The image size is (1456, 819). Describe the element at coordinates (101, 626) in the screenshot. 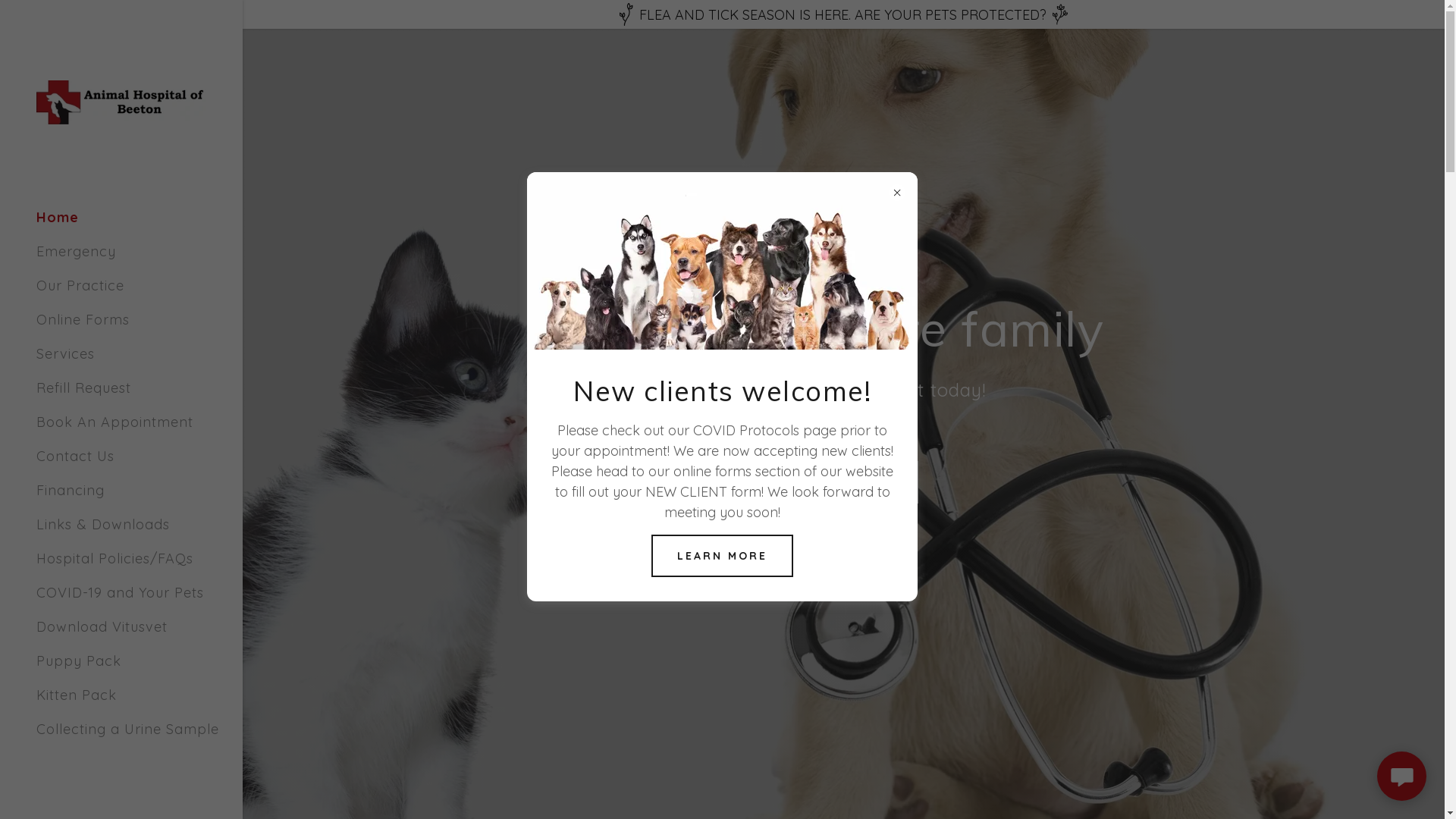

I see `'Download Vitusvet'` at that location.